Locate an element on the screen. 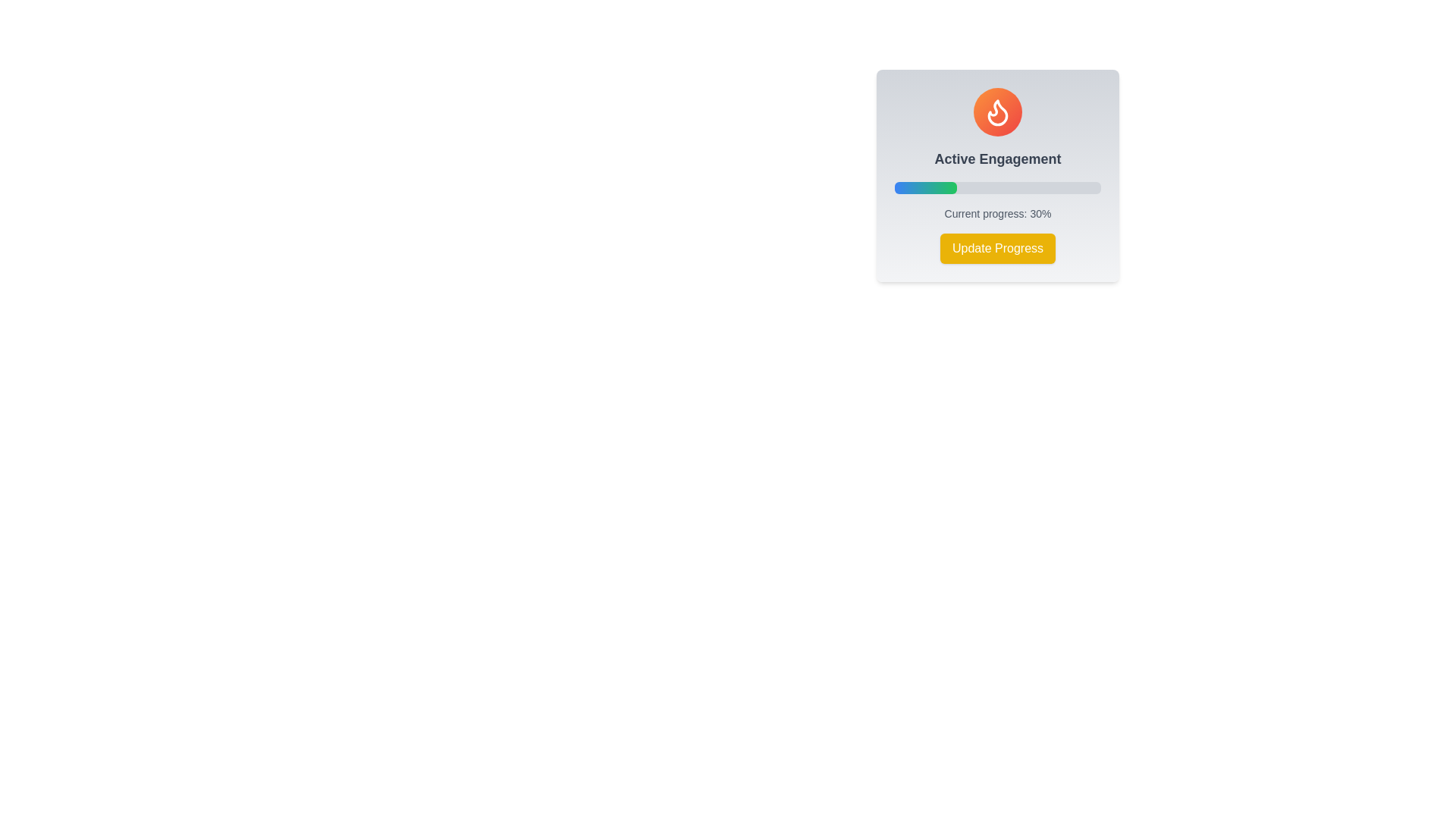 This screenshot has height=819, width=1456. the decorative or status-indicating icon located inside the orange circular icon at the center top of the informational card titled 'Active Engagement' is located at coordinates (997, 111).